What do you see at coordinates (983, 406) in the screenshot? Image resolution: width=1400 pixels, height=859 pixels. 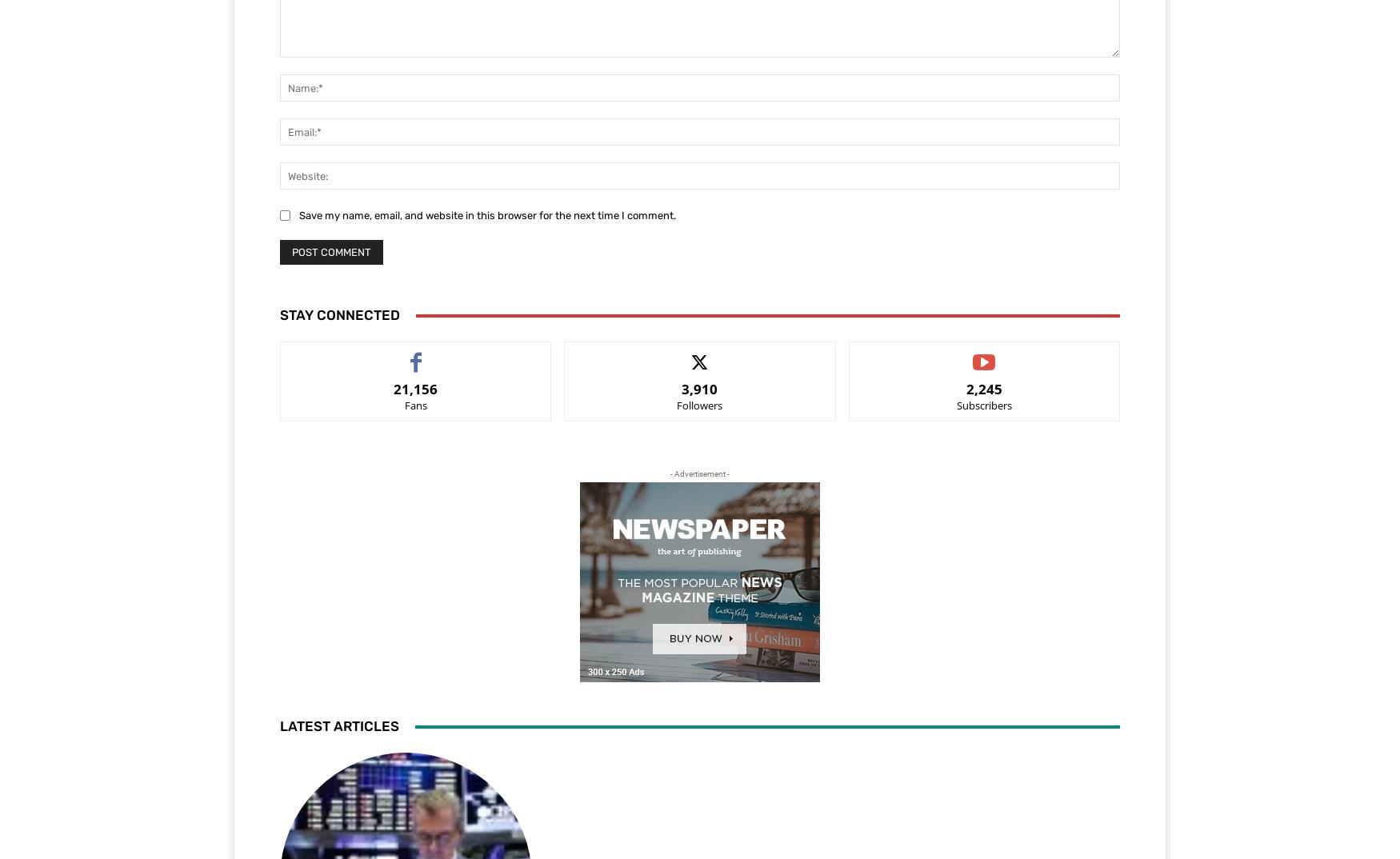 I see `'Subscribers'` at bounding box center [983, 406].